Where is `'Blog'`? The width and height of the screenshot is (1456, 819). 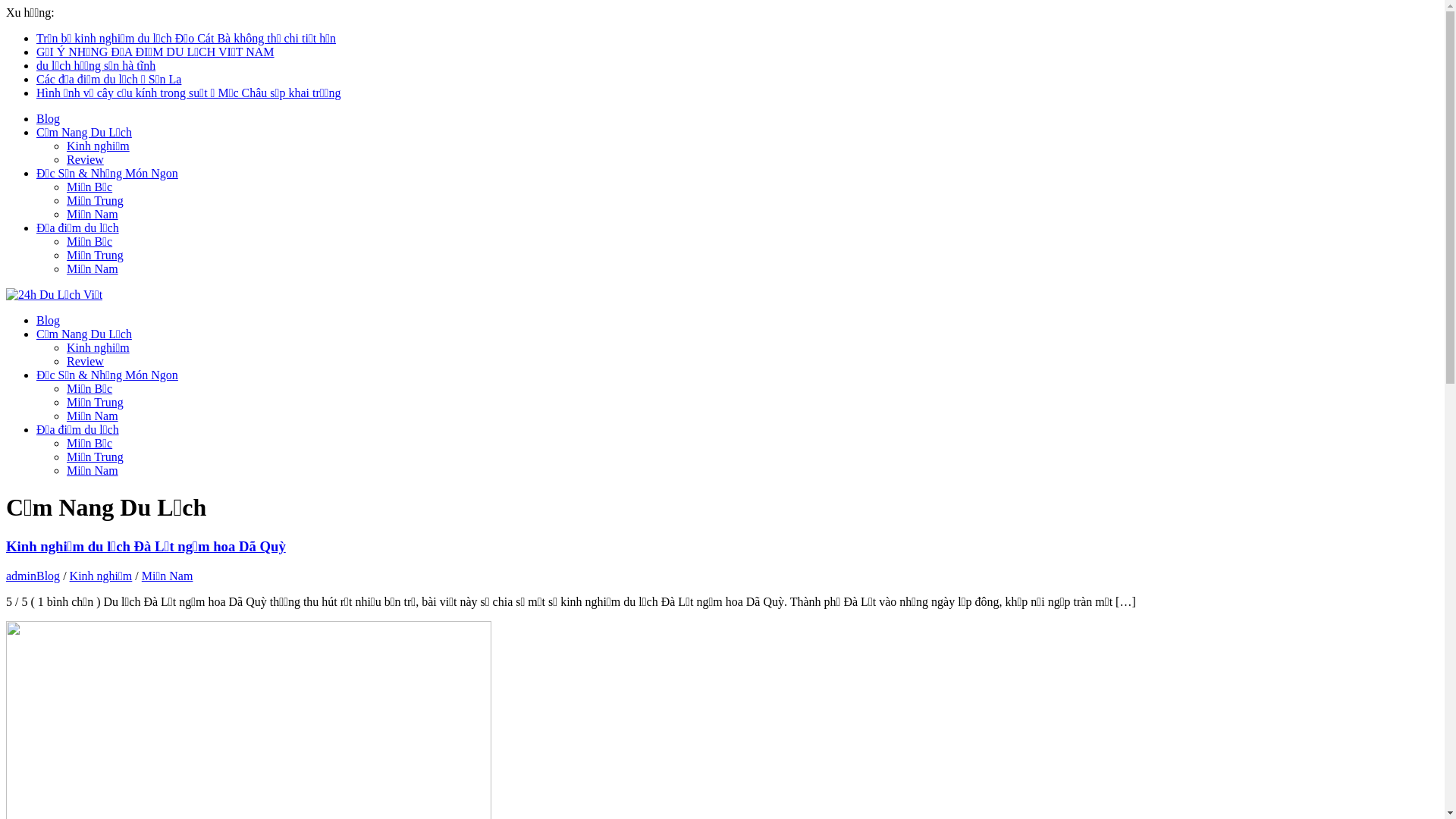
'Blog' is located at coordinates (36, 118).